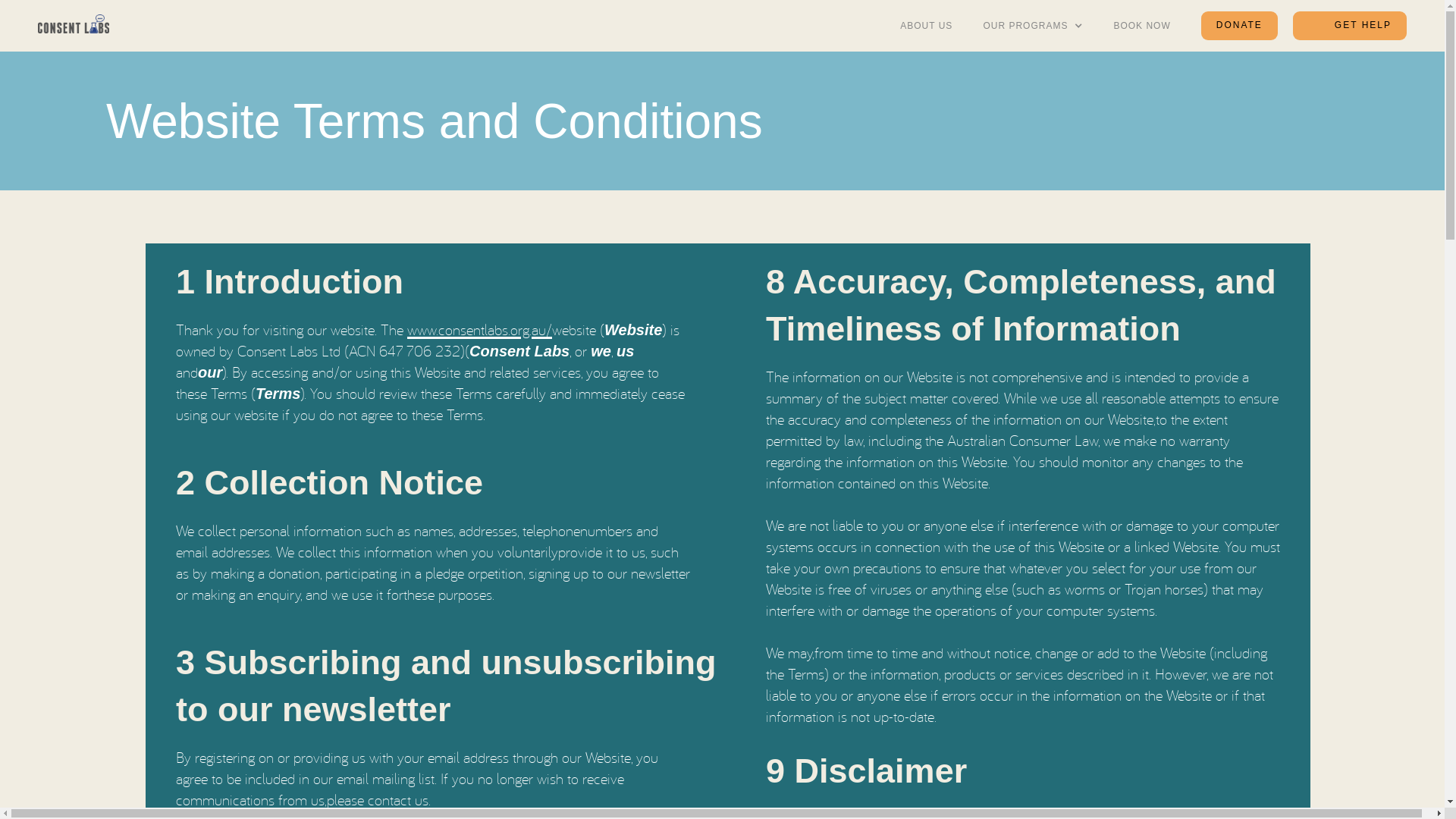 The height and width of the screenshot is (819, 1456). I want to click on 'GET HELP', so click(1350, 26).